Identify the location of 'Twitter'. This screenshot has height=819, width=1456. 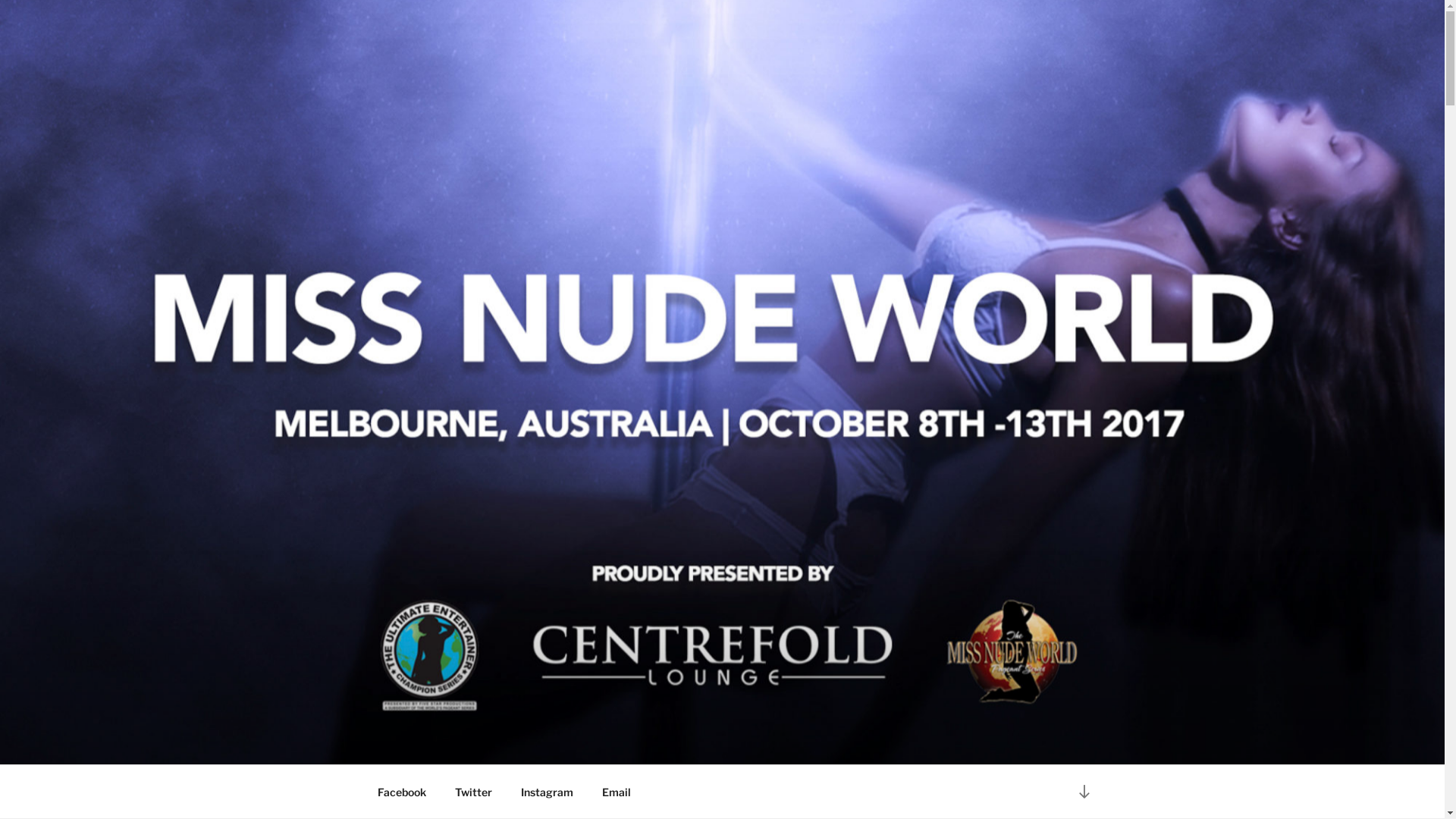
(472, 791).